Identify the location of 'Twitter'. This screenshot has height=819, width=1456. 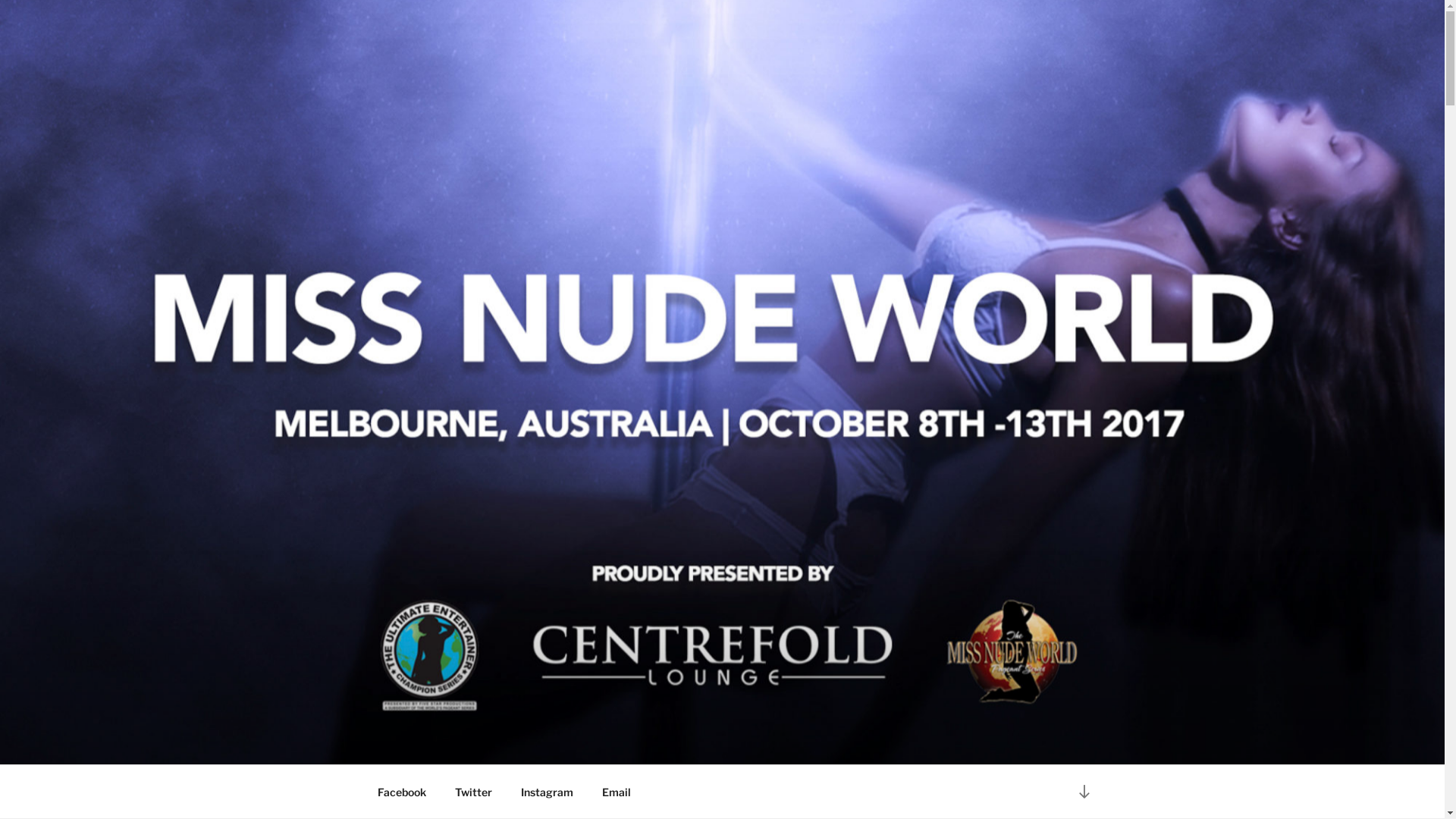
(472, 791).